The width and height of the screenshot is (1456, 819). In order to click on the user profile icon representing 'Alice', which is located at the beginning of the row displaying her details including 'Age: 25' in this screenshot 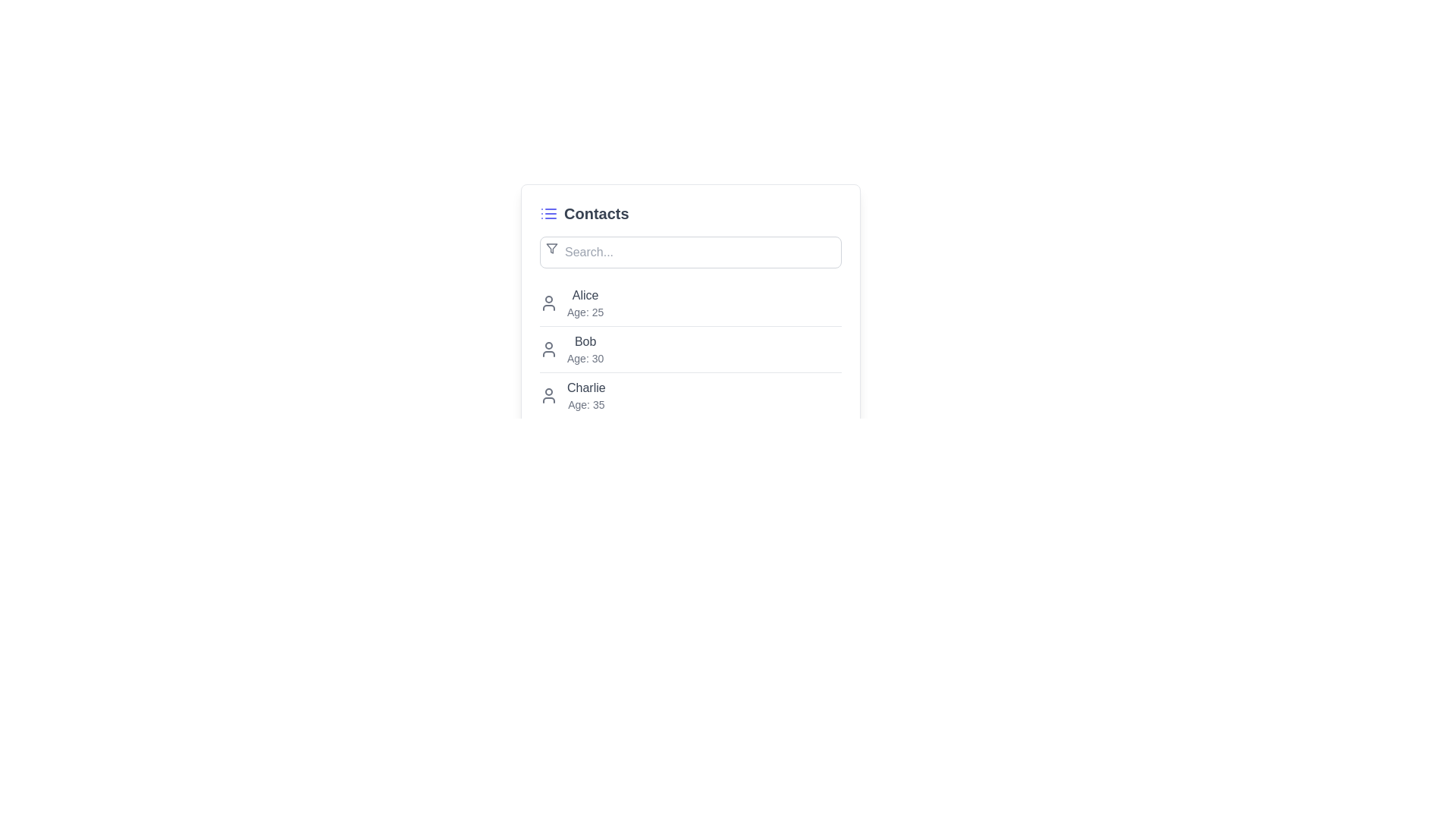, I will do `click(548, 303)`.